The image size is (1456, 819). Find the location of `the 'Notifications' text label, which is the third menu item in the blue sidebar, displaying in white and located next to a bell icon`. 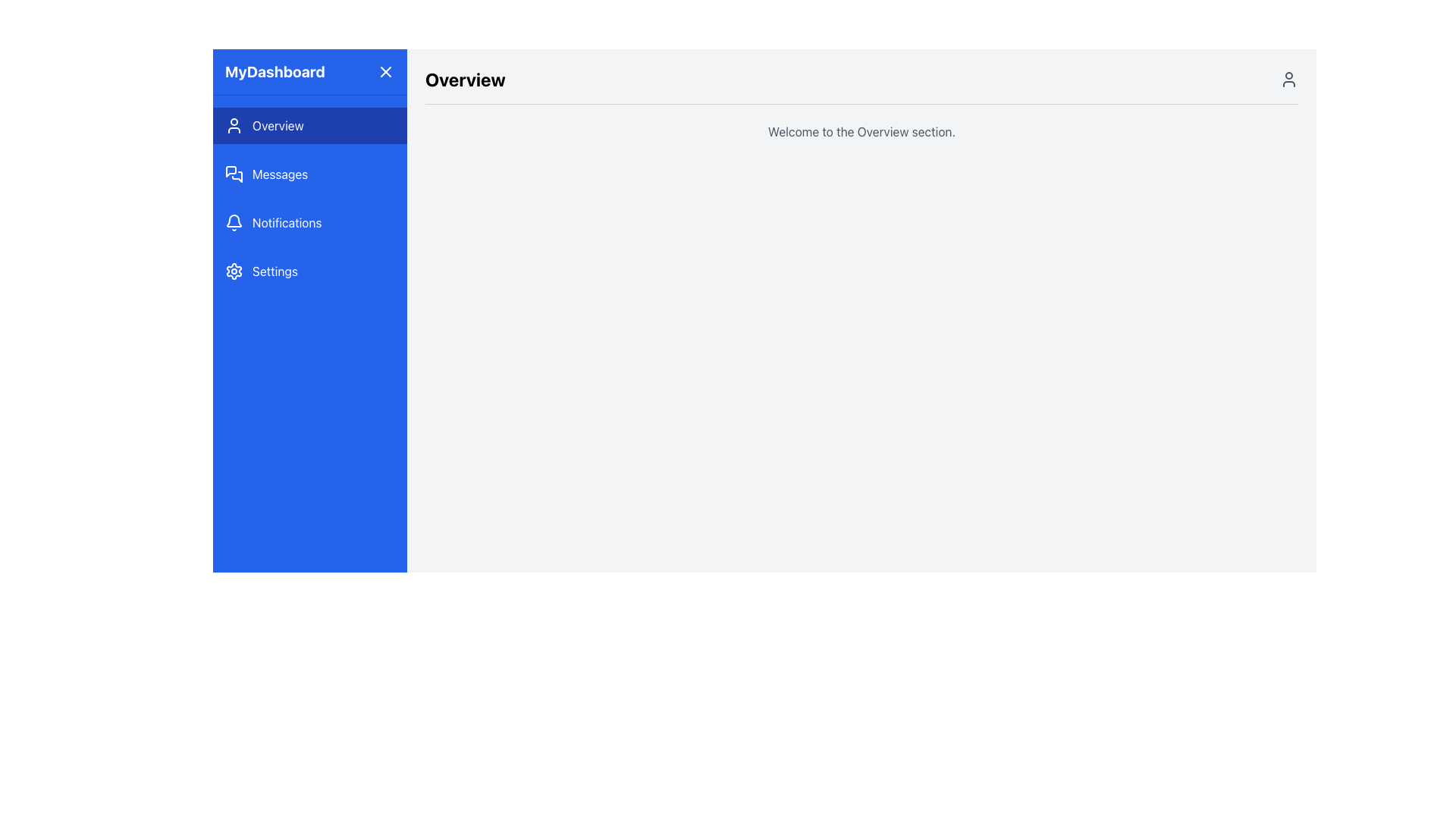

the 'Notifications' text label, which is the third menu item in the blue sidebar, displaying in white and located next to a bell icon is located at coordinates (287, 222).